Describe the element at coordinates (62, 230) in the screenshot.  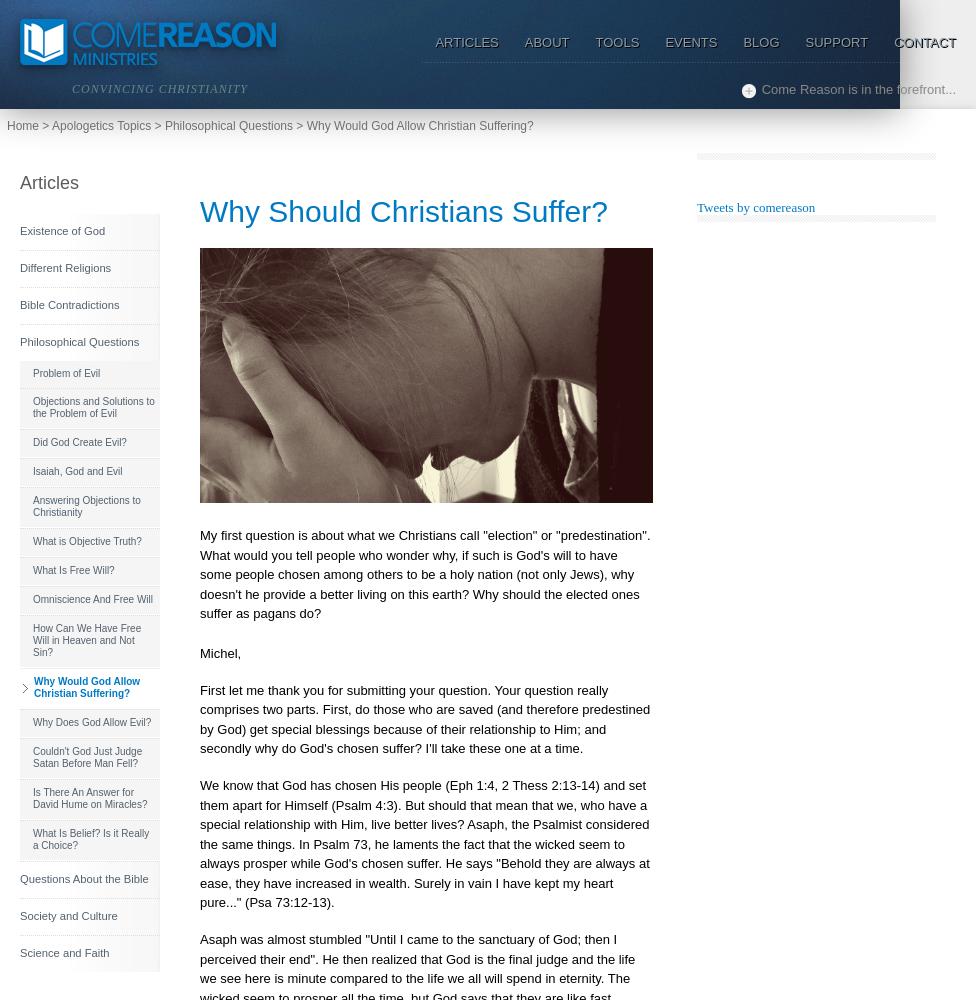
I see `'Existence of God'` at that location.